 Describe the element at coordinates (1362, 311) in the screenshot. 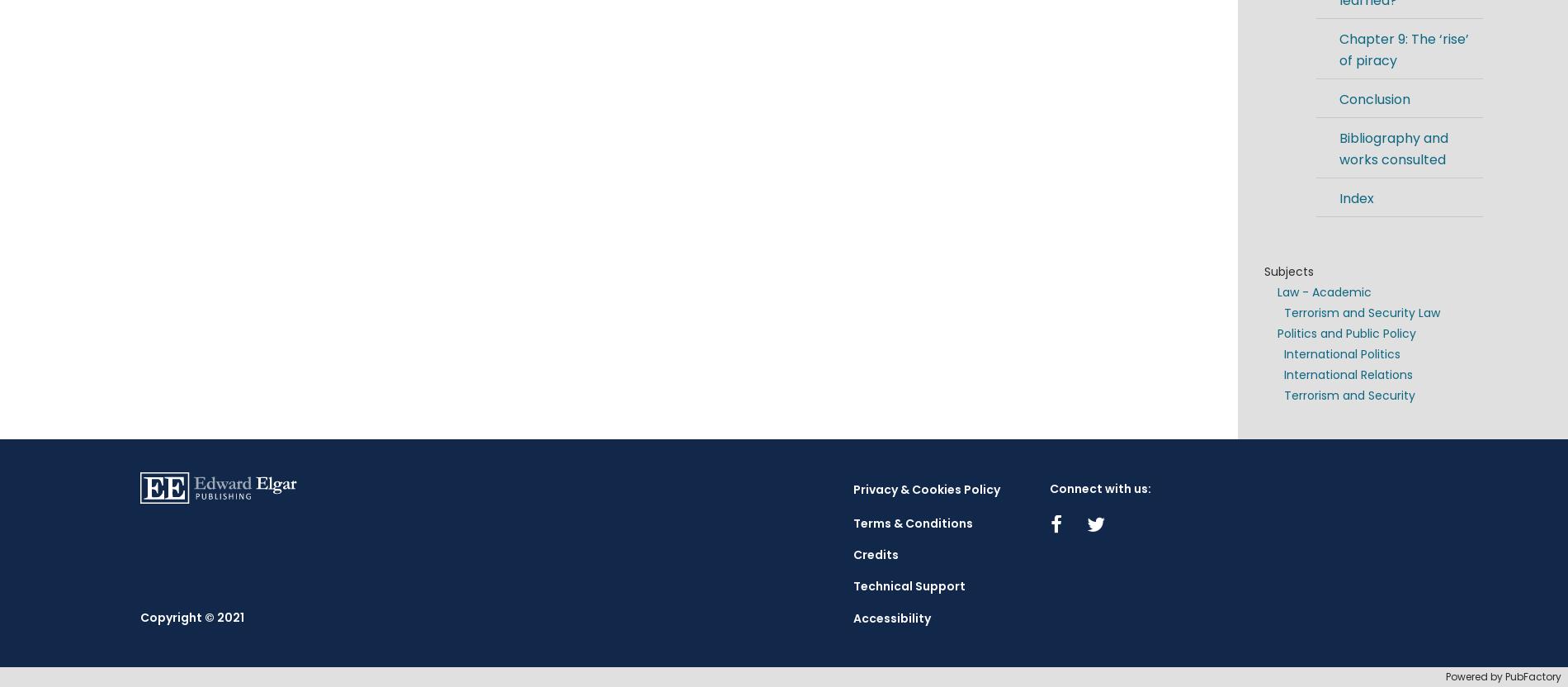

I see `'Terrorism and Security Law'` at that location.